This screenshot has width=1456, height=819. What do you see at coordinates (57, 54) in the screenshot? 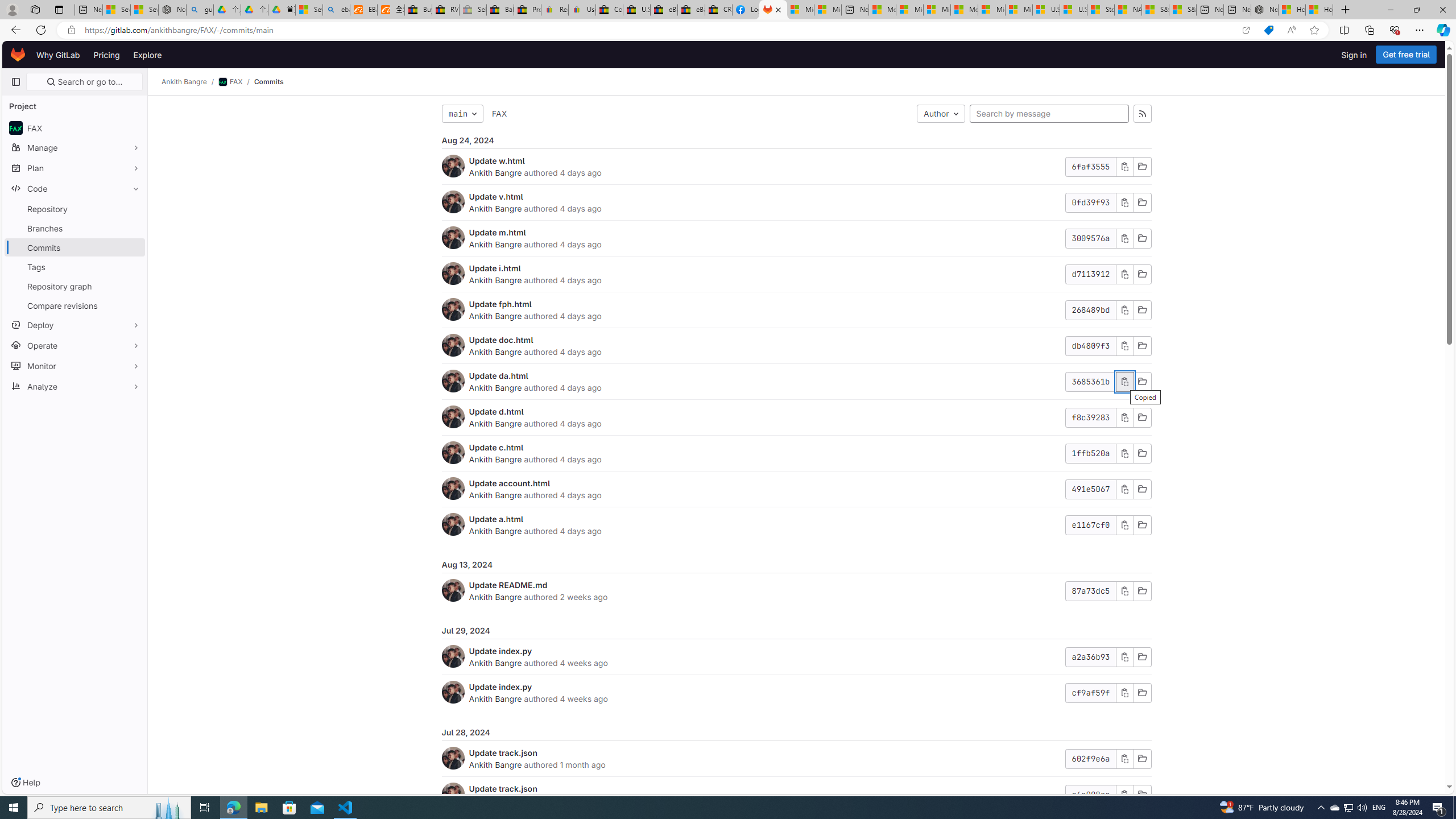
I see `'Why GitLab'` at bounding box center [57, 54].